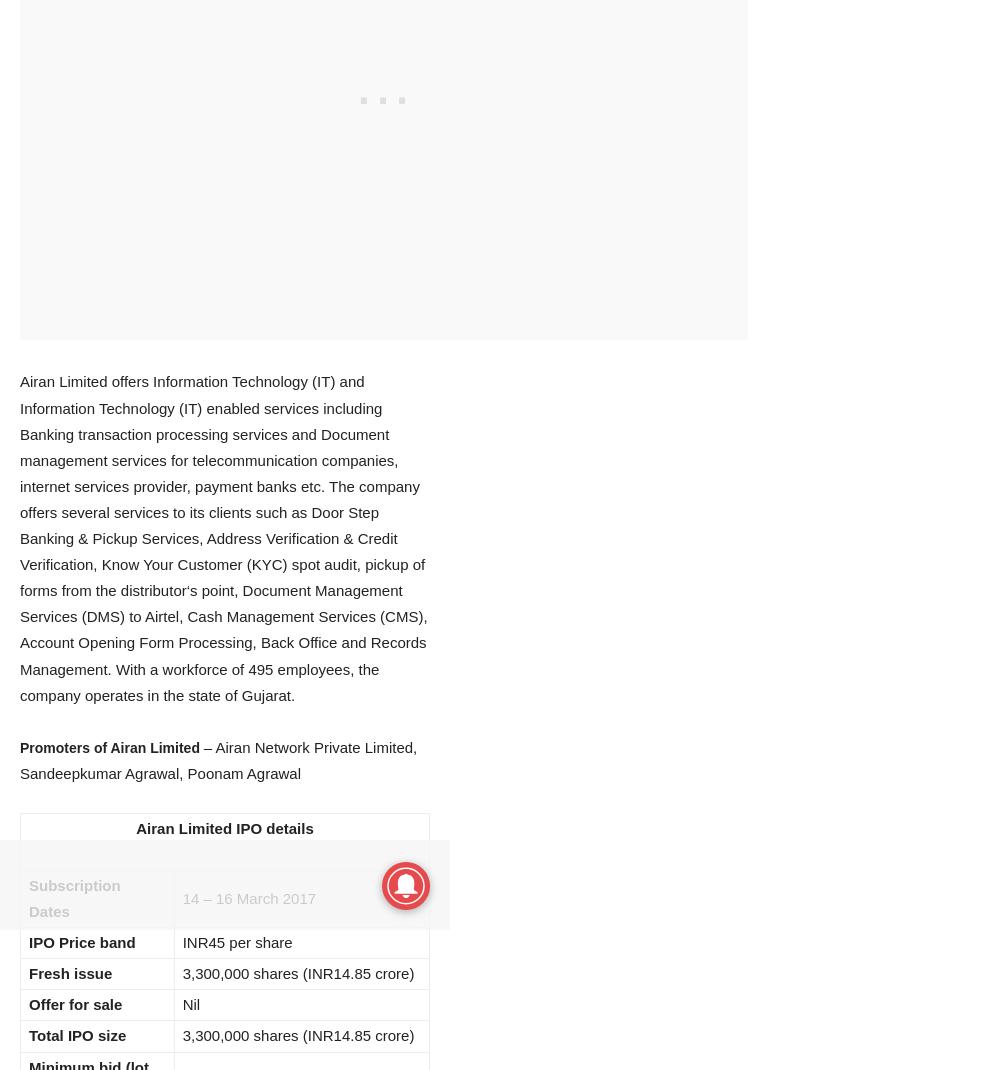 The width and height of the screenshot is (990, 1070). Describe the element at coordinates (181, 897) in the screenshot. I see `'14 – 16 March 2017'` at that location.